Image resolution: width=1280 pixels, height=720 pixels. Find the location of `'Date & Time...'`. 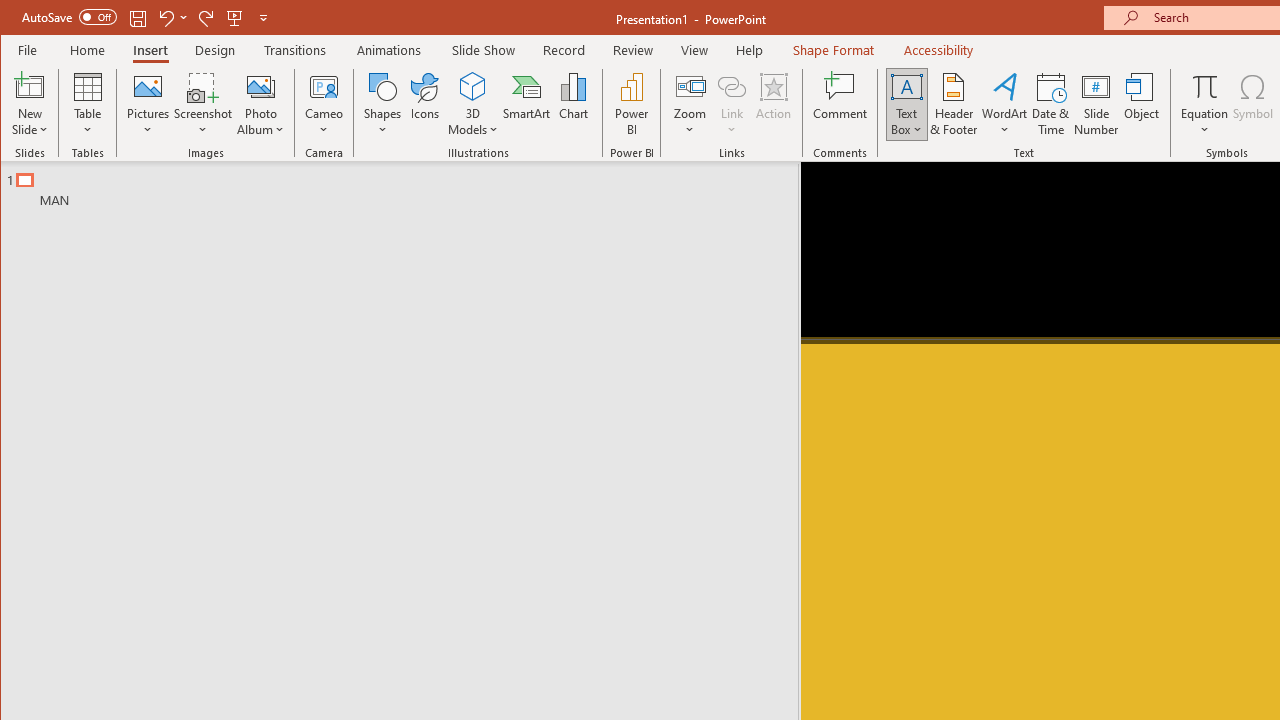

'Date & Time...' is located at coordinates (1050, 104).